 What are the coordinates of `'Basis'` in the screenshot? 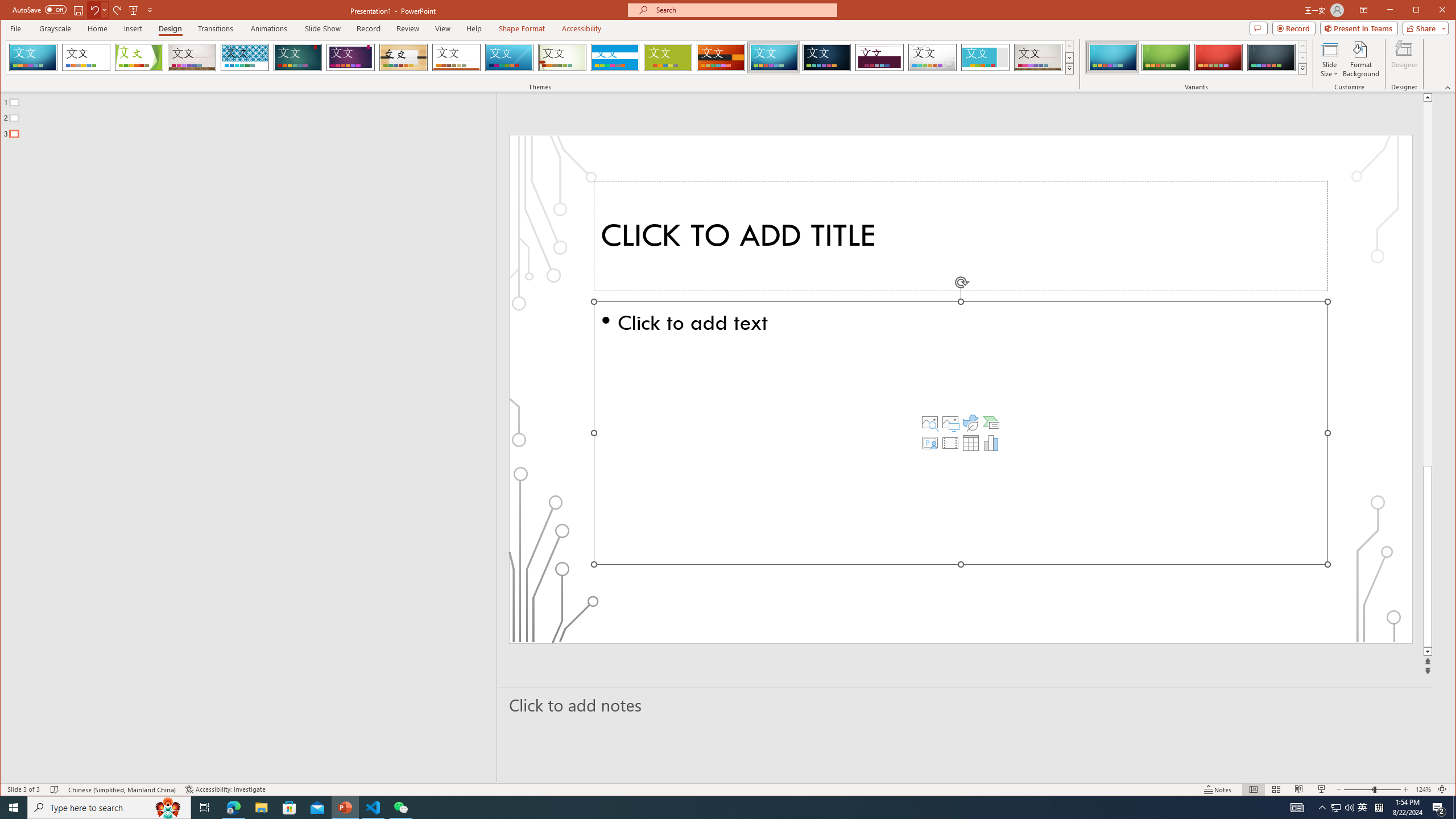 It's located at (668, 57).